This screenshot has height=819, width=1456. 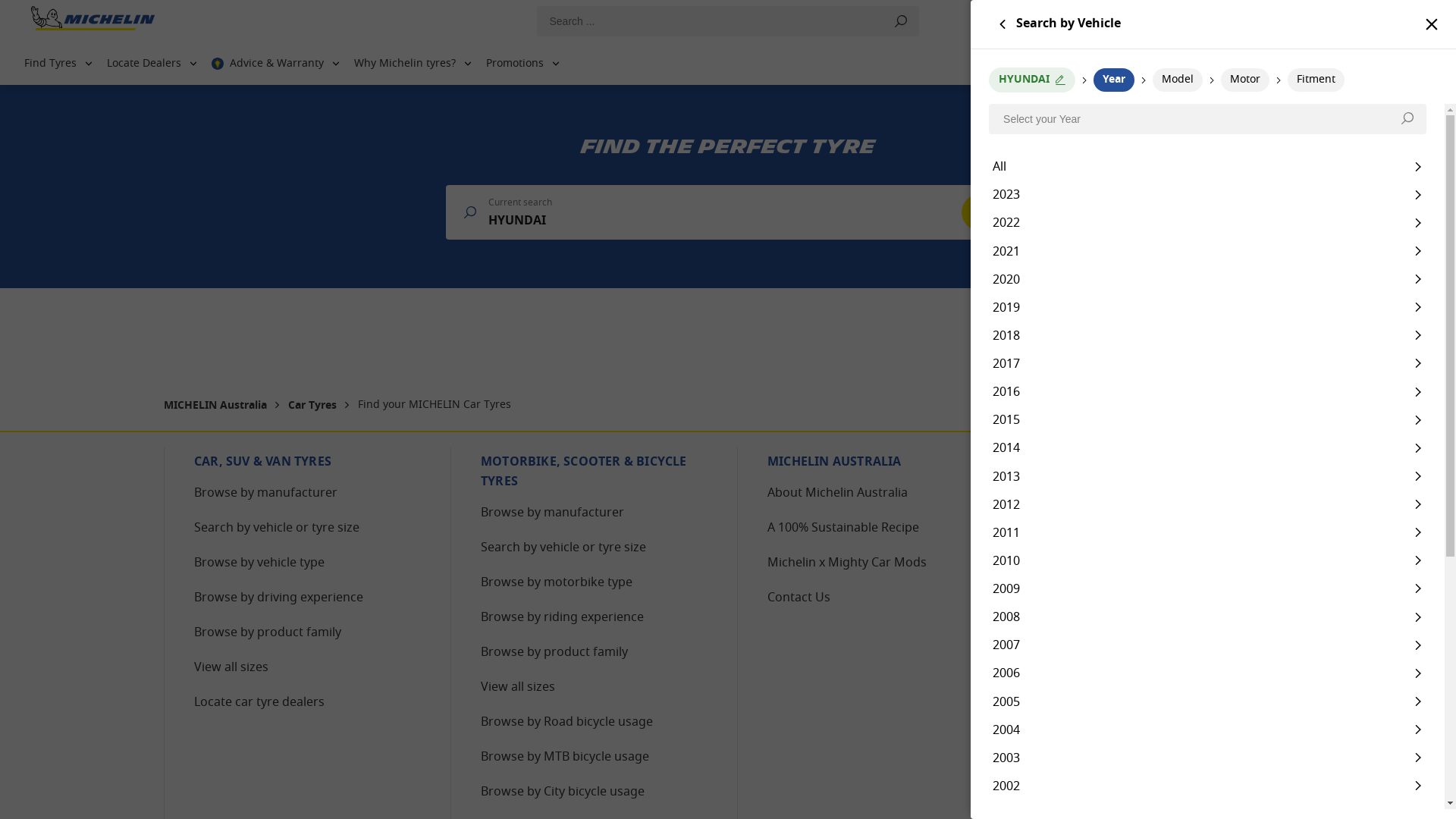 I want to click on 'Motor', so click(x=1220, y=80).